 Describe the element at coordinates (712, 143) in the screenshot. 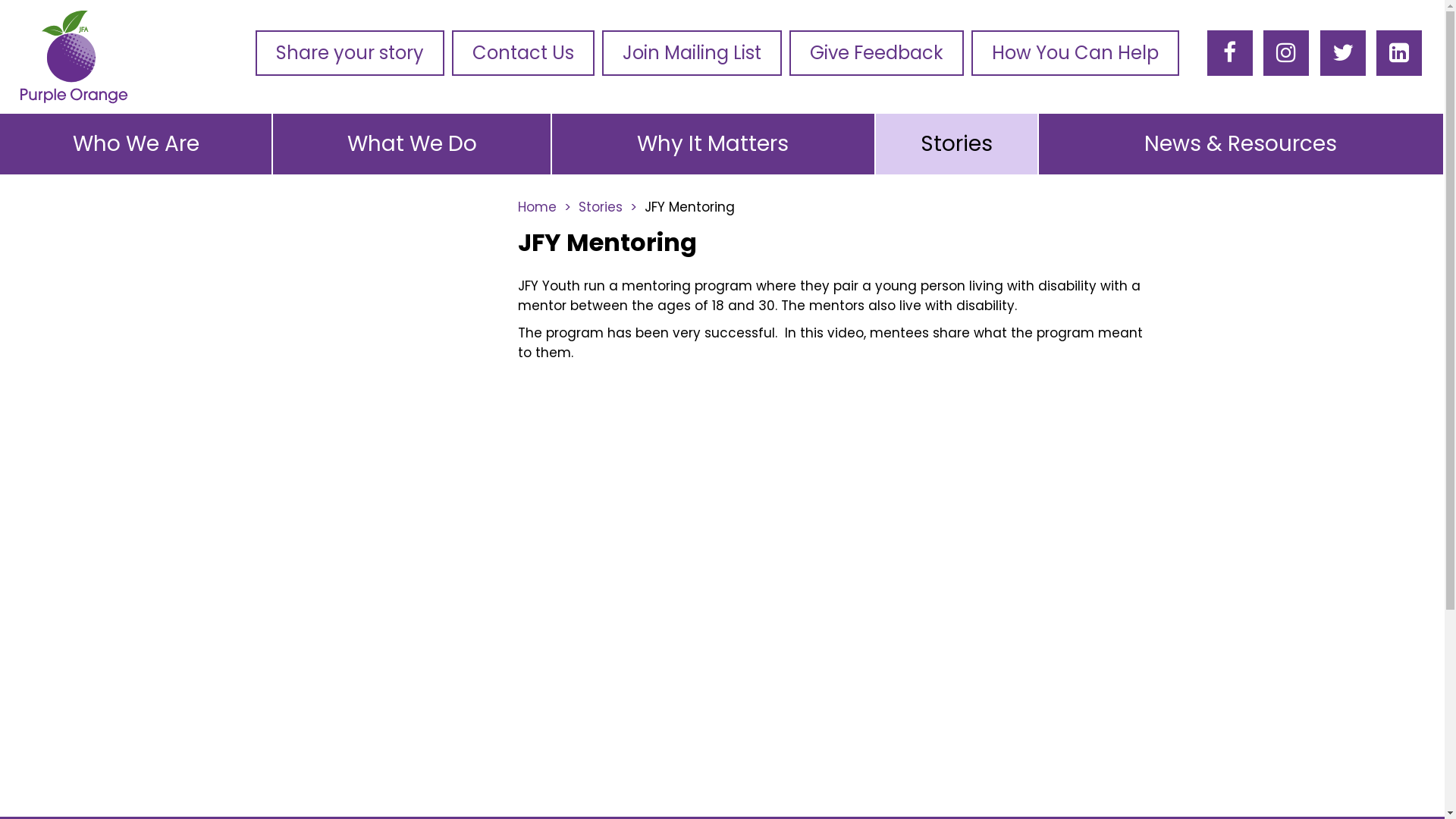

I see `'Why It Matters'` at that location.